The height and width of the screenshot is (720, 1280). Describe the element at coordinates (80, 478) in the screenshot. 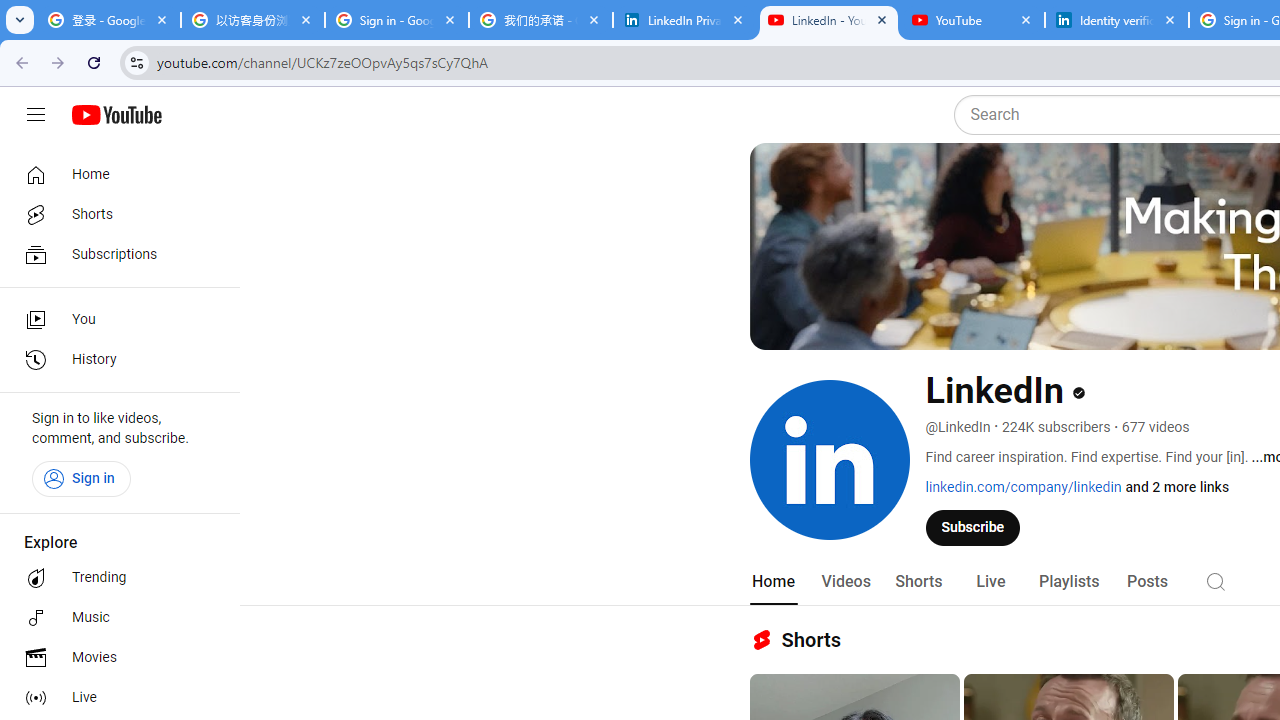

I see `'Sign in'` at that location.